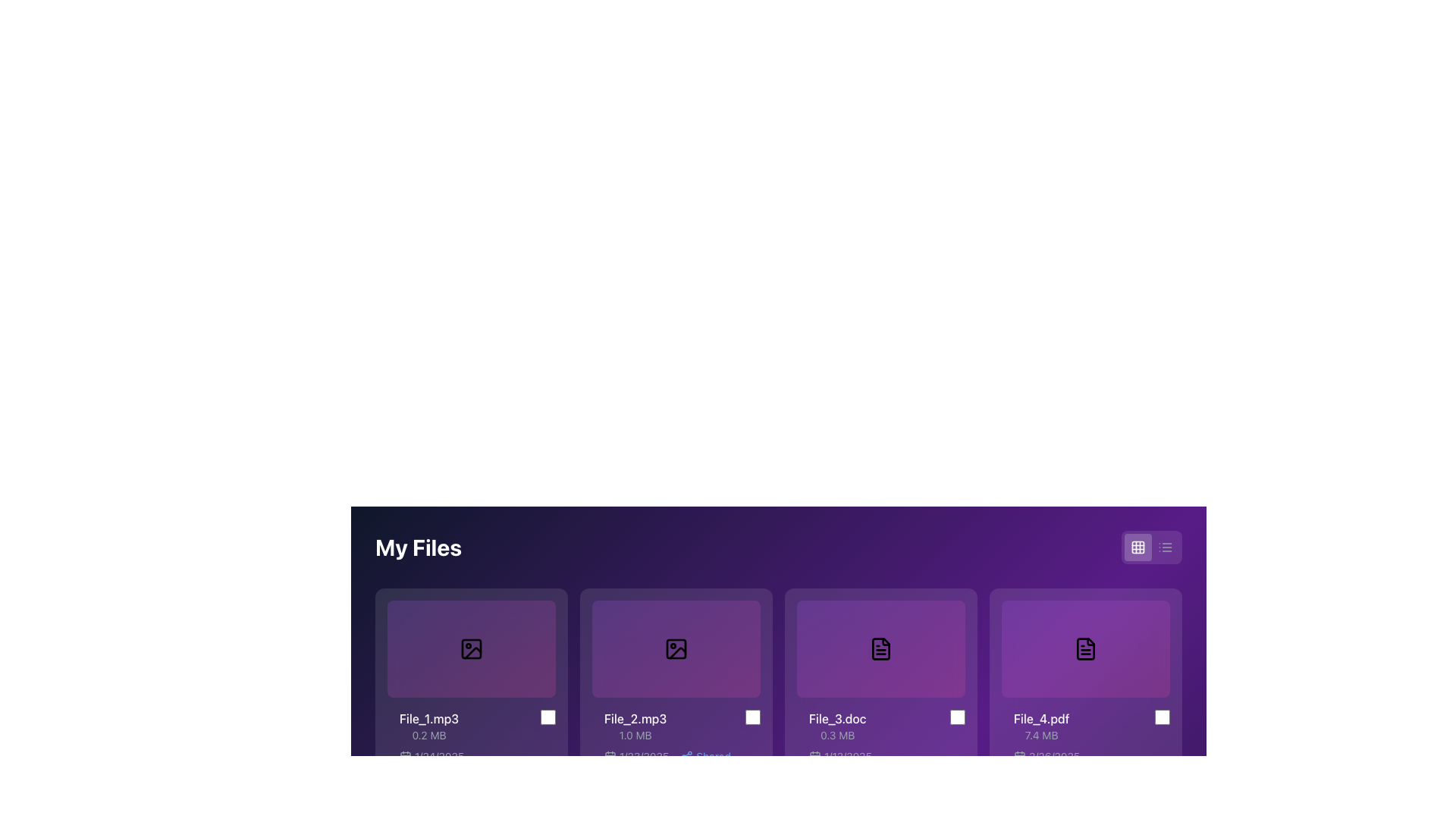 The width and height of the screenshot is (1456, 819). Describe the element at coordinates (880, 681) in the screenshot. I see `the third card in the grid layout that represents a file, located between 'File_2.mp3' and 'File_4.pdf'` at that location.